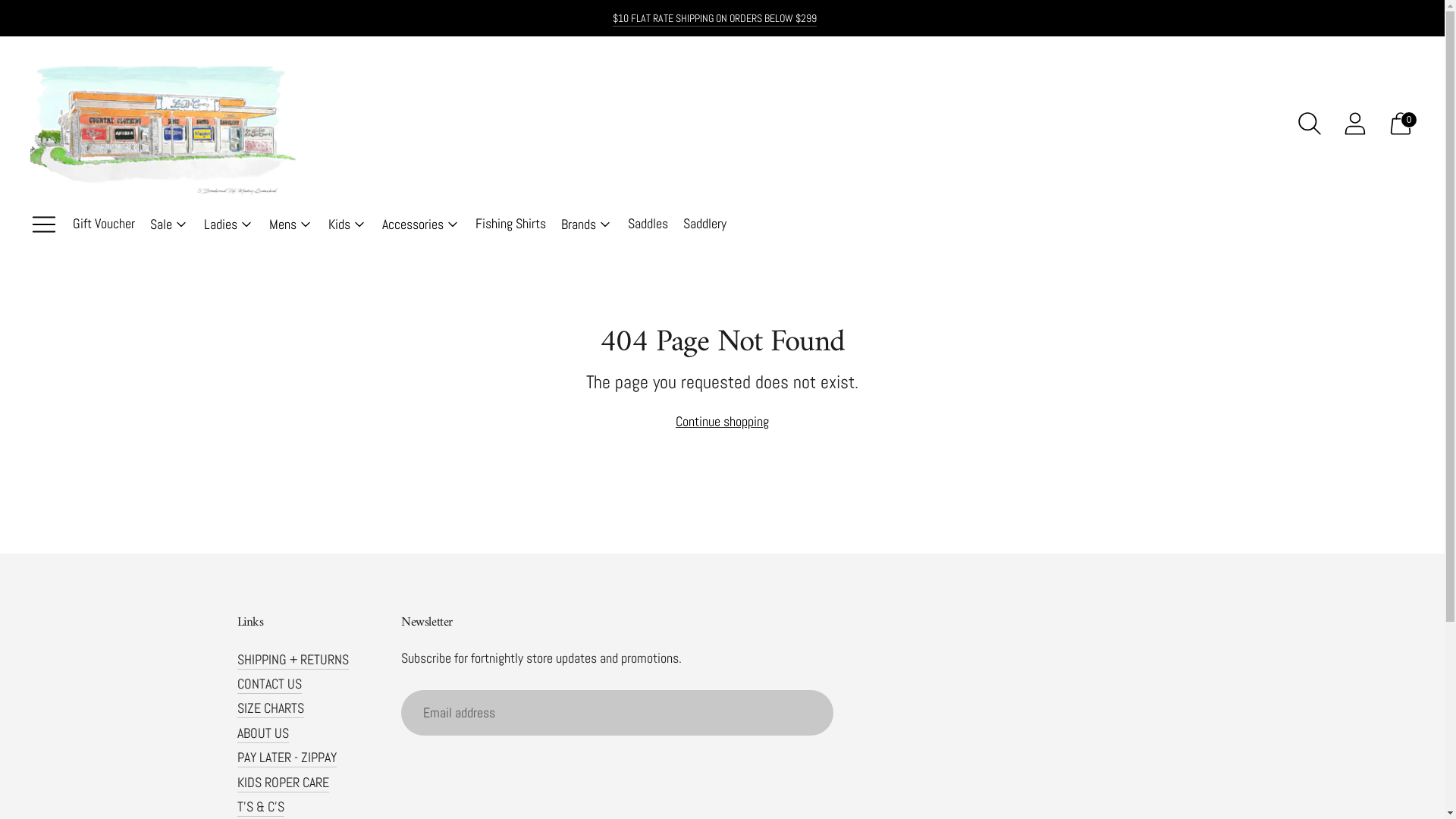 This screenshot has height=819, width=1456. Describe the element at coordinates (282, 782) in the screenshot. I see `'KIDS ROPER CARE'` at that location.